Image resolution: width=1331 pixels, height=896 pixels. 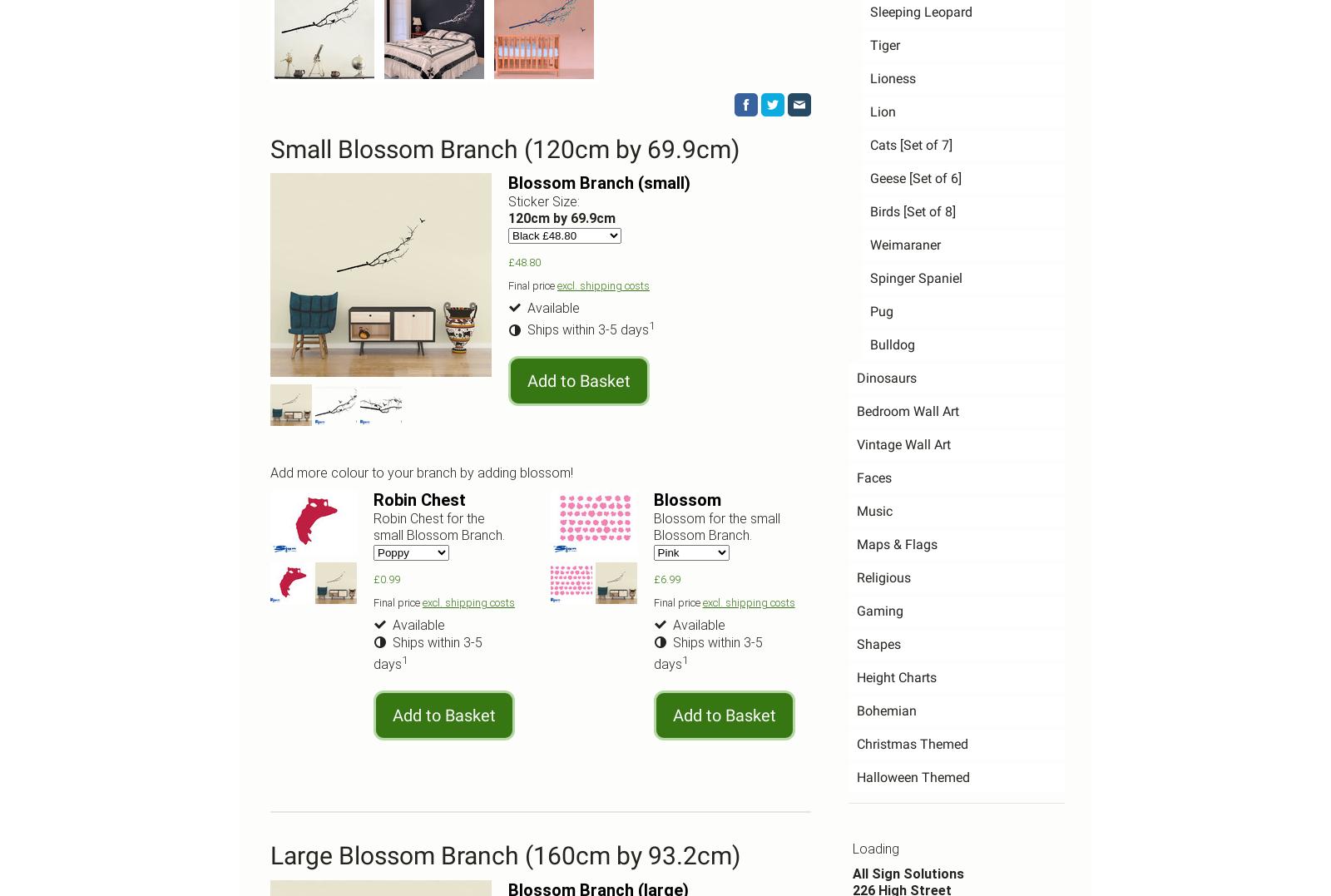 What do you see at coordinates (685, 498) in the screenshot?
I see `'Blossom'` at bounding box center [685, 498].